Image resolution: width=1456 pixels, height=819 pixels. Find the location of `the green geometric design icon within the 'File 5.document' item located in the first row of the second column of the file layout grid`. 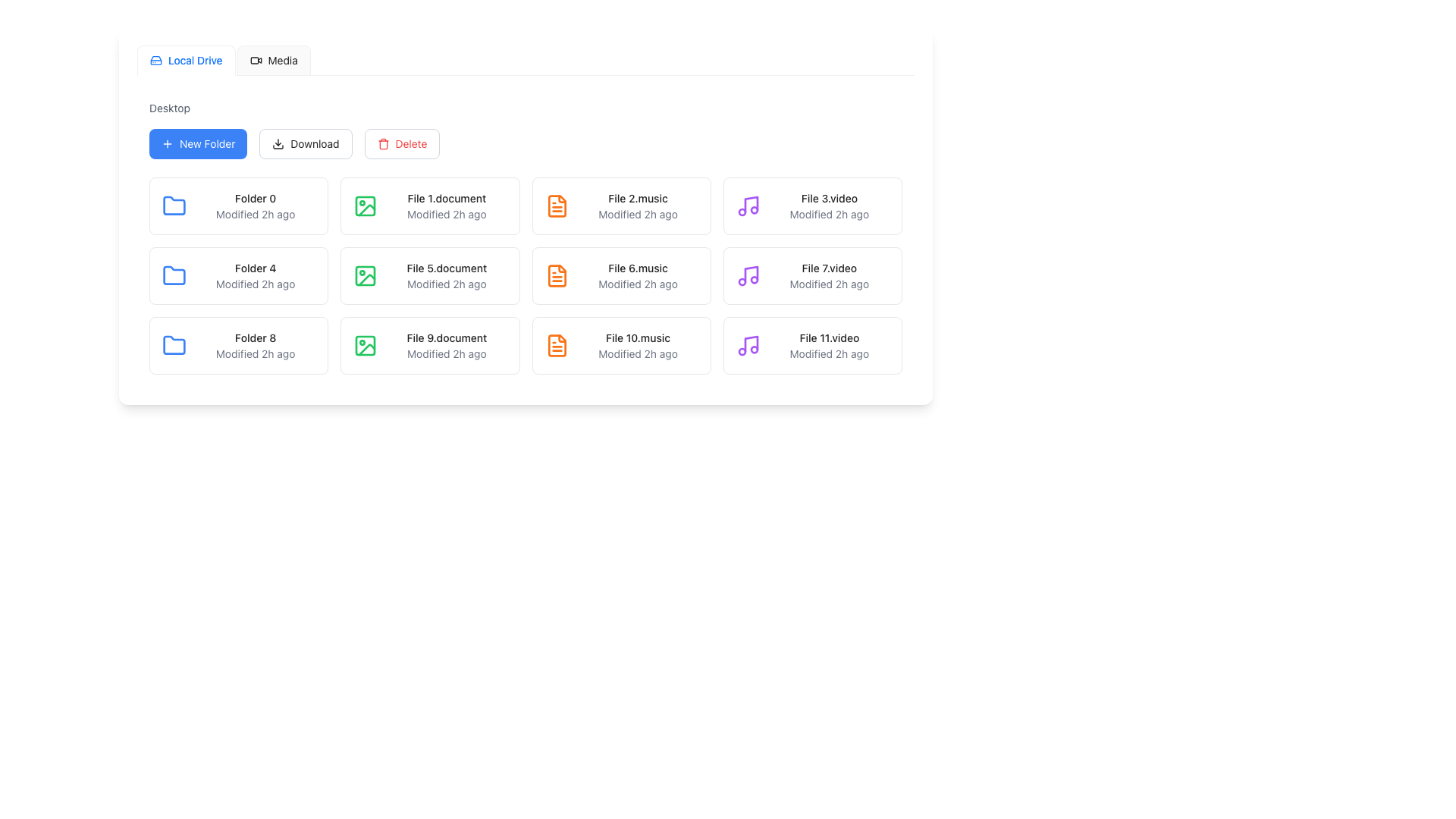

the green geometric design icon within the 'File 5.document' item located in the first row of the second column of the file layout grid is located at coordinates (366, 275).